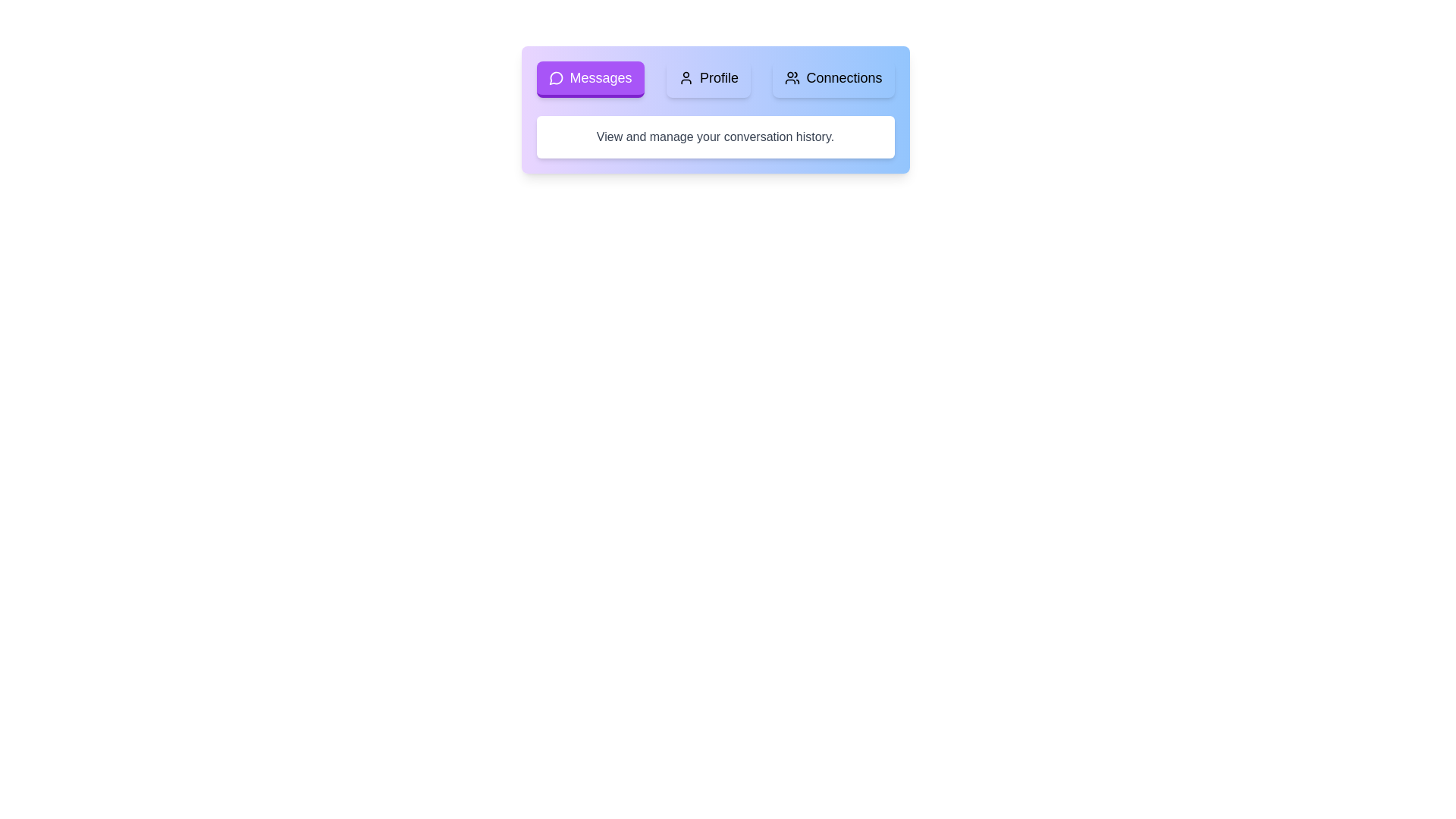 The height and width of the screenshot is (819, 1456). I want to click on the 'Messages' button located at the top-left side of the interface to trigger its hover state or tooltip, so click(600, 78).